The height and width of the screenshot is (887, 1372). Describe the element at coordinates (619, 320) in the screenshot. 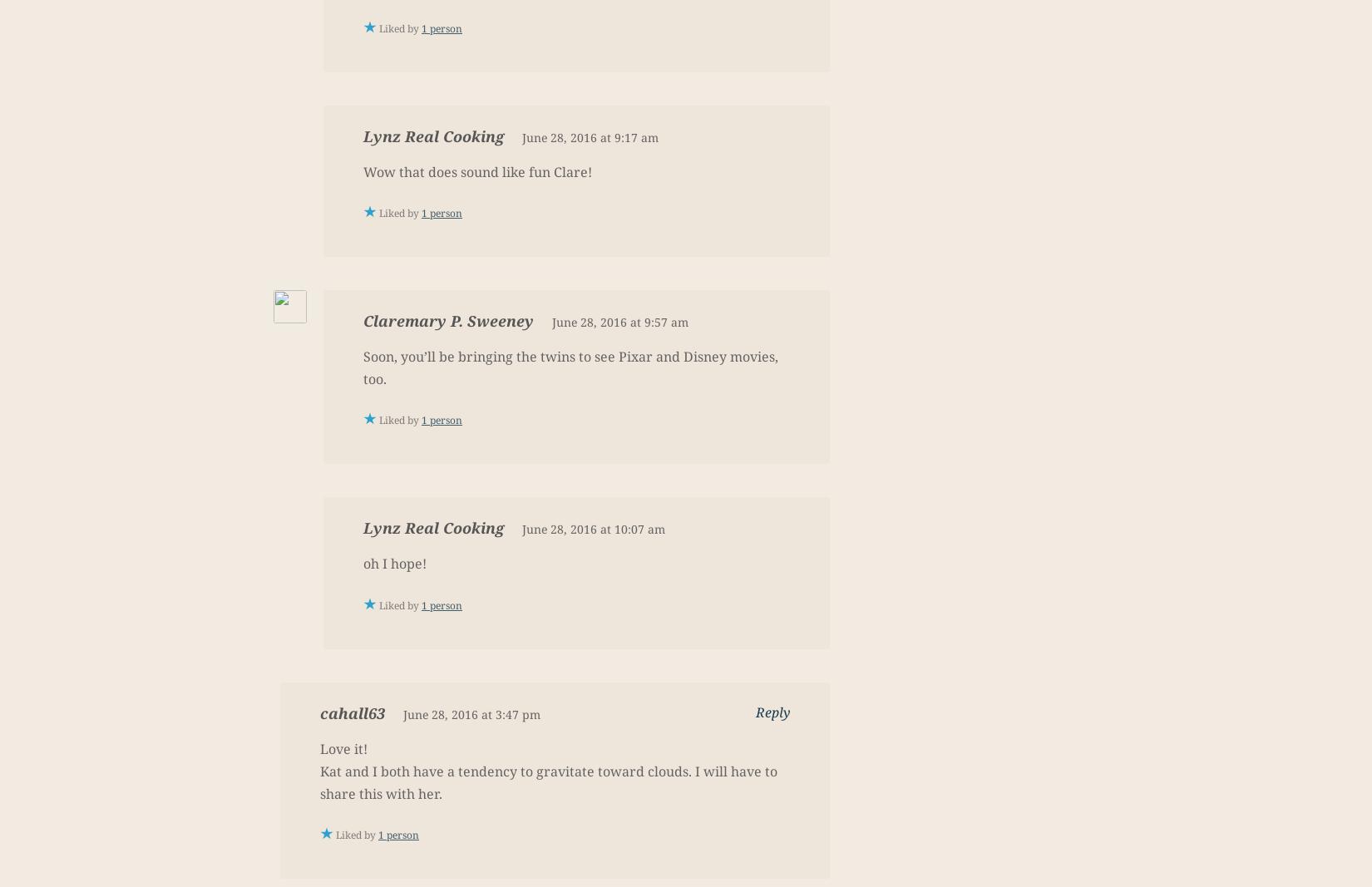

I see `'June 28, 2016 at 9:57 am'` at that location.